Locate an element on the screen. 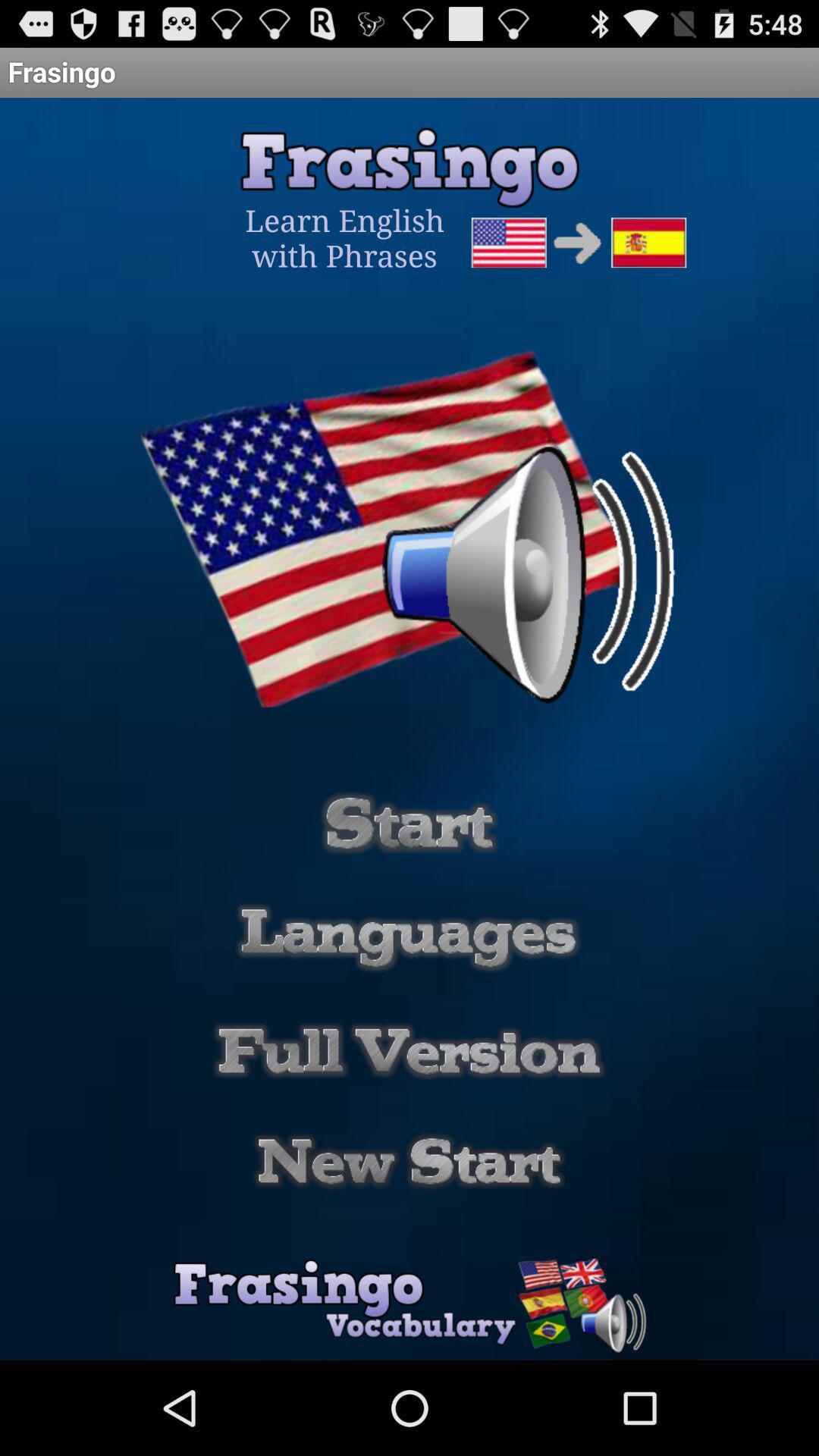 The width and height of the screenshot is (819, 1456). the button below languages is located at coordinates (409, 1050).